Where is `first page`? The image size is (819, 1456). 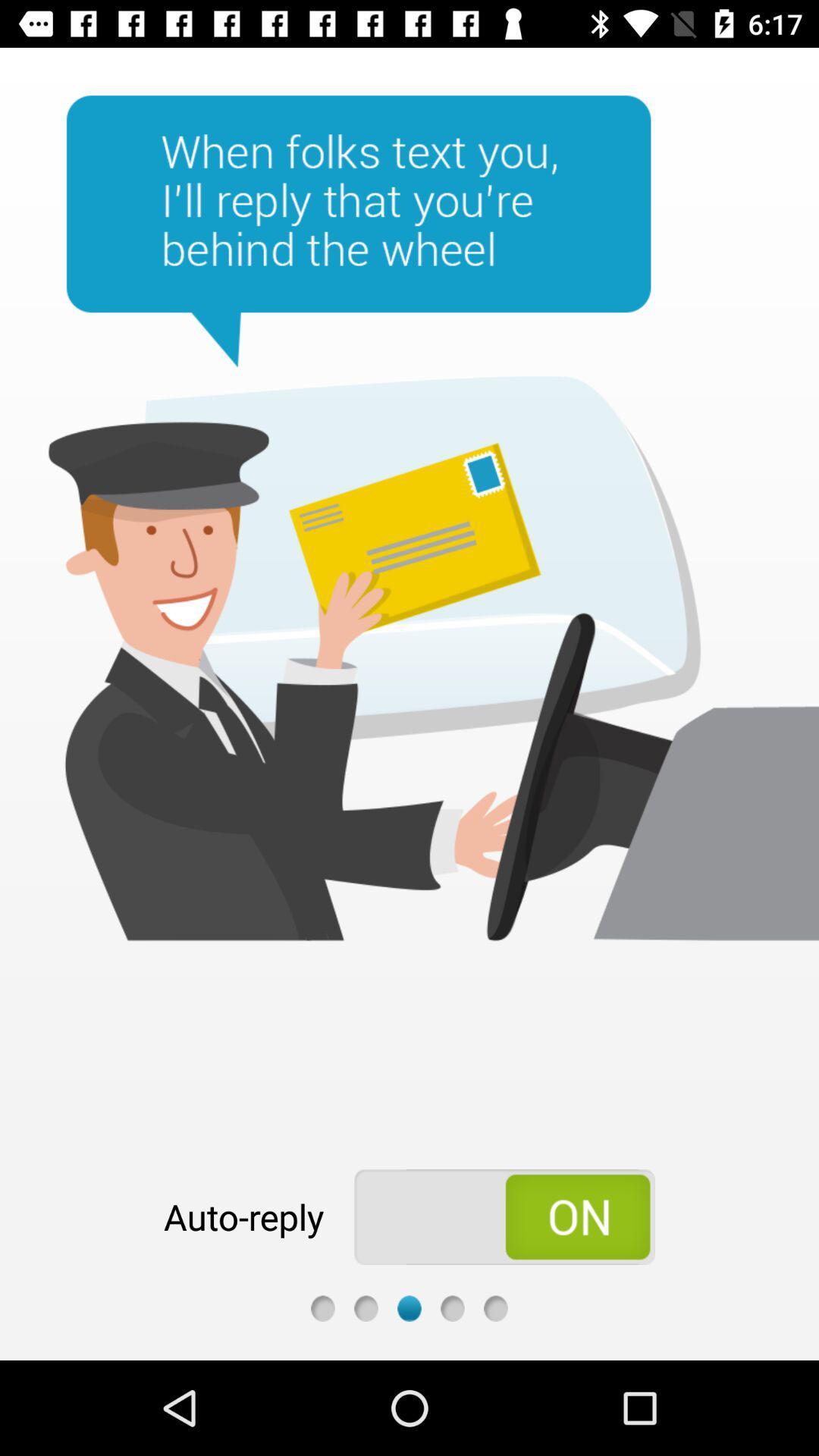 first page is located at coordinates (322, 1307).